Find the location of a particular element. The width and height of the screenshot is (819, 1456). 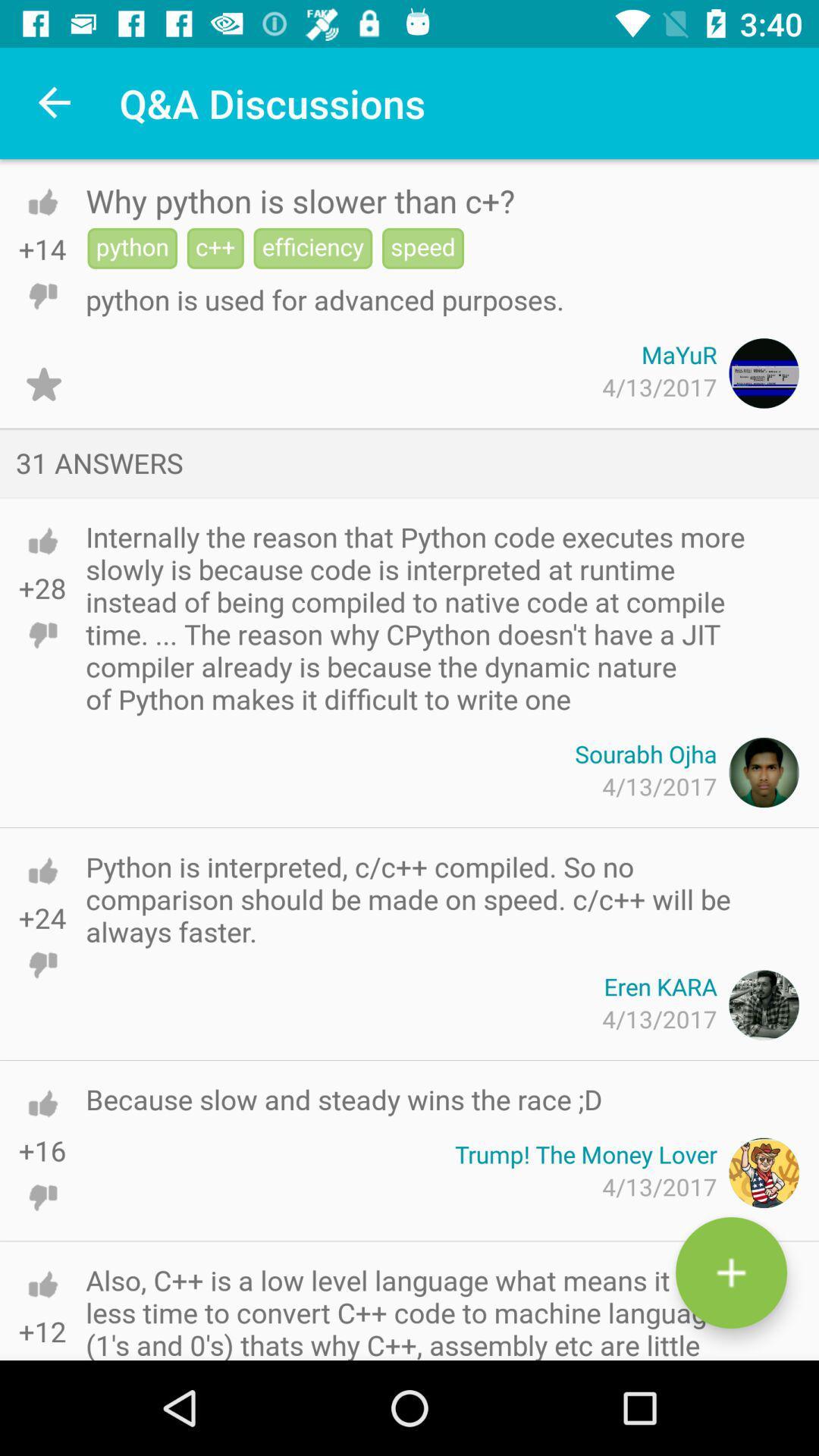

he can activate the simple voice command is located at coordinates (42, 635).